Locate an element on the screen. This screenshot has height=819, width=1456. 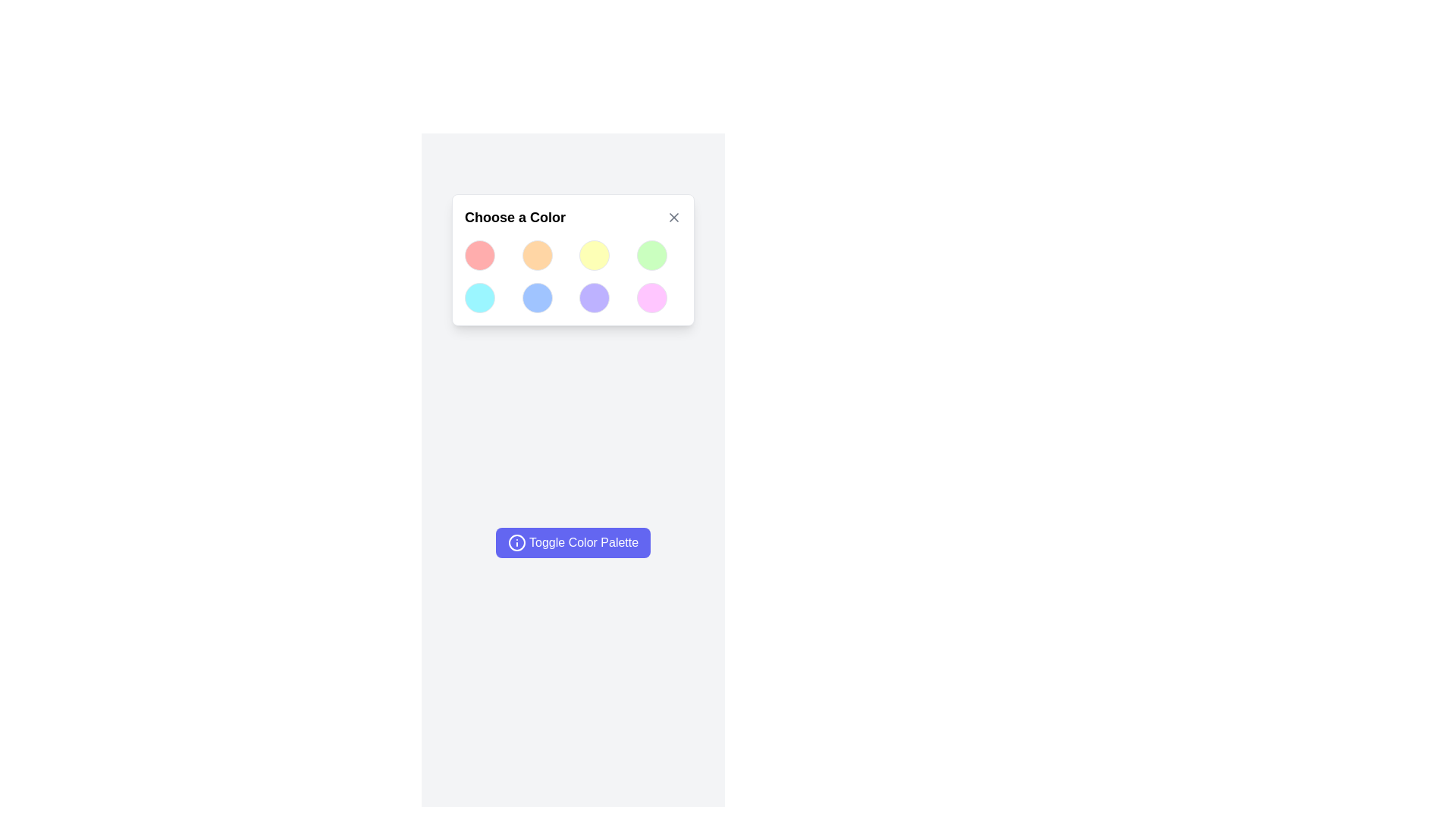
the Close button located at the top-right corner of the 'Choose a Color' interface is located at coordinates (673, 217).